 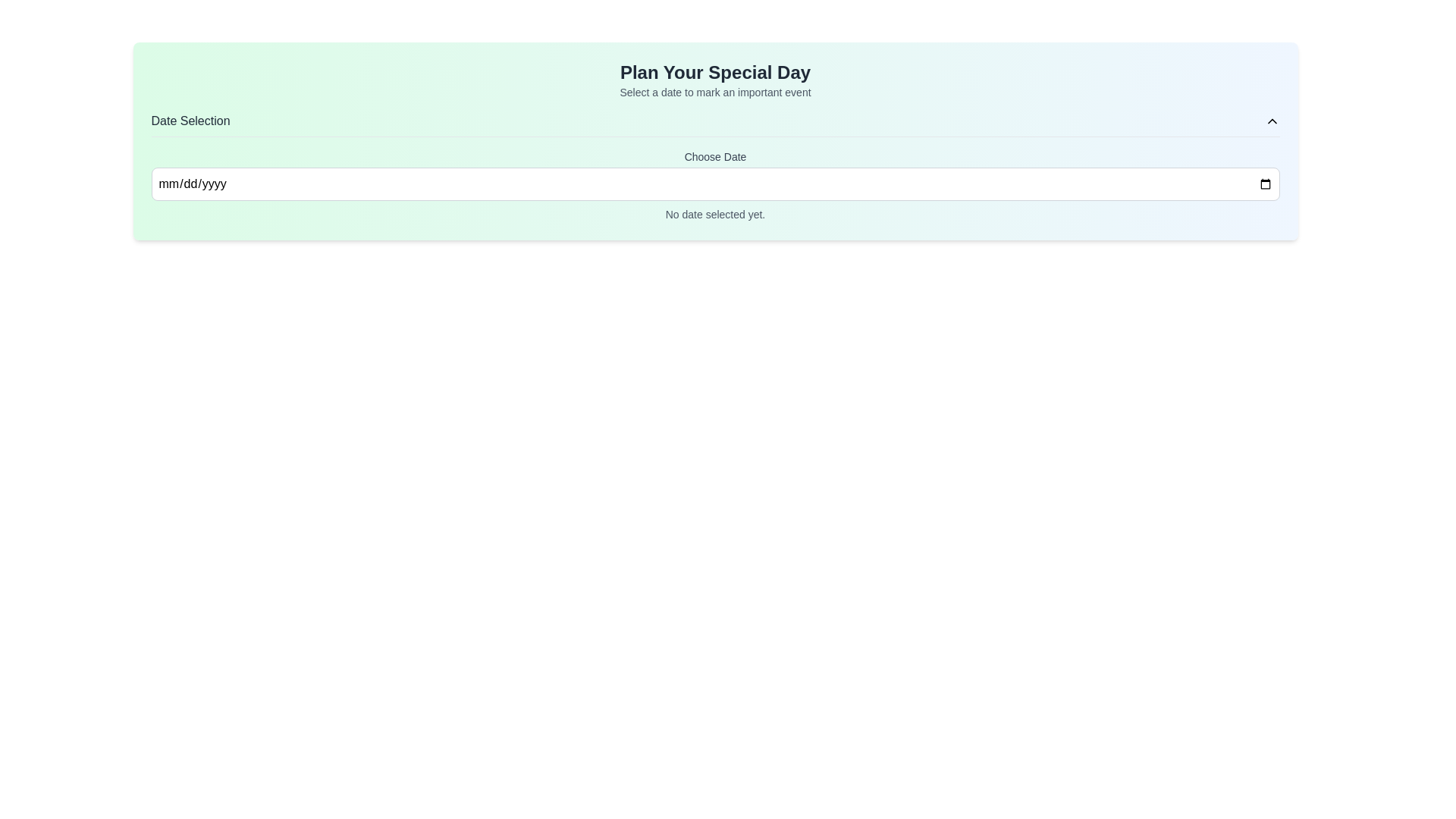 What do you see at coordinates (714, 157) in the screenshot?
I see `text label 'Choose Date' which is positioned above the date input field, serving as its descriptor` at bounding box center [714, 157].